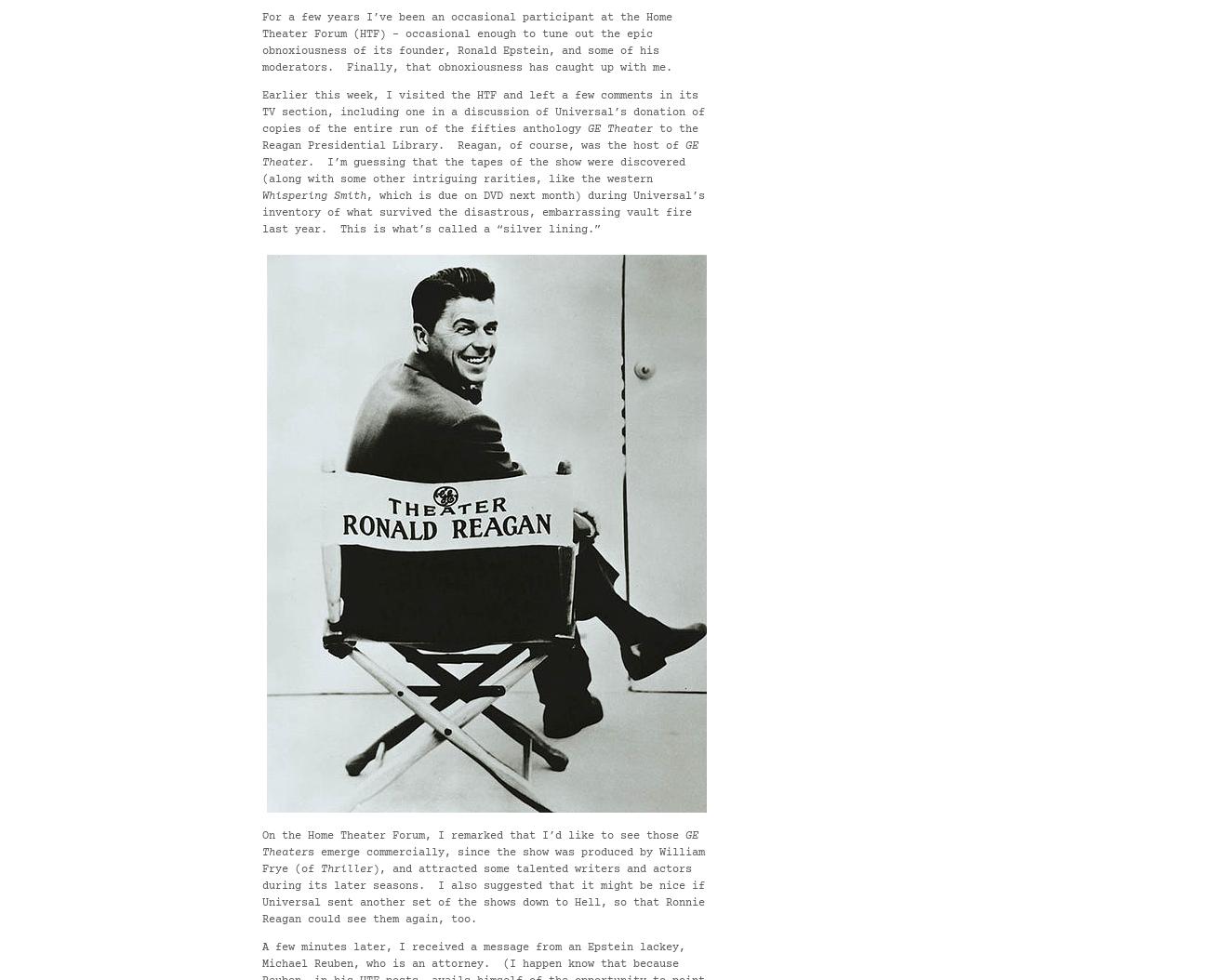 This screenshot has width=1209, height=980. What do you see at coordinates (484, 894) in the screenshot?
I see `'), and attracted some talented writers and actors during its later seasons.  I also suggested that it might be nice if Universal sent another set of the shows down to Hell, so that Ronnie Reagan could see them again, too.'` at bounding box center [484, 894].